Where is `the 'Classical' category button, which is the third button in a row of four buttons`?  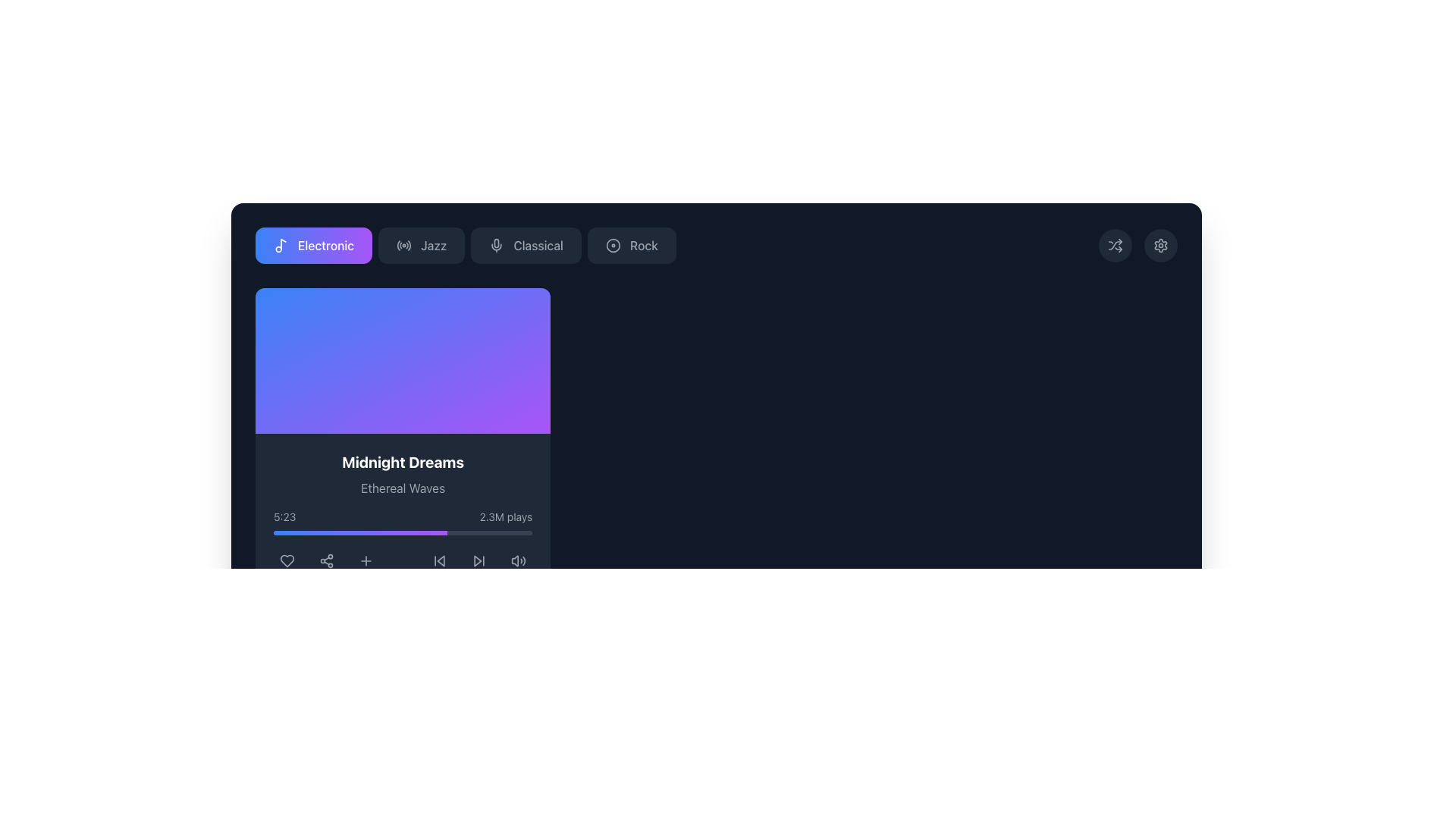 the 'Classical' category button, which is the third button in a row of four buttons is located at coordinates (526, 245).